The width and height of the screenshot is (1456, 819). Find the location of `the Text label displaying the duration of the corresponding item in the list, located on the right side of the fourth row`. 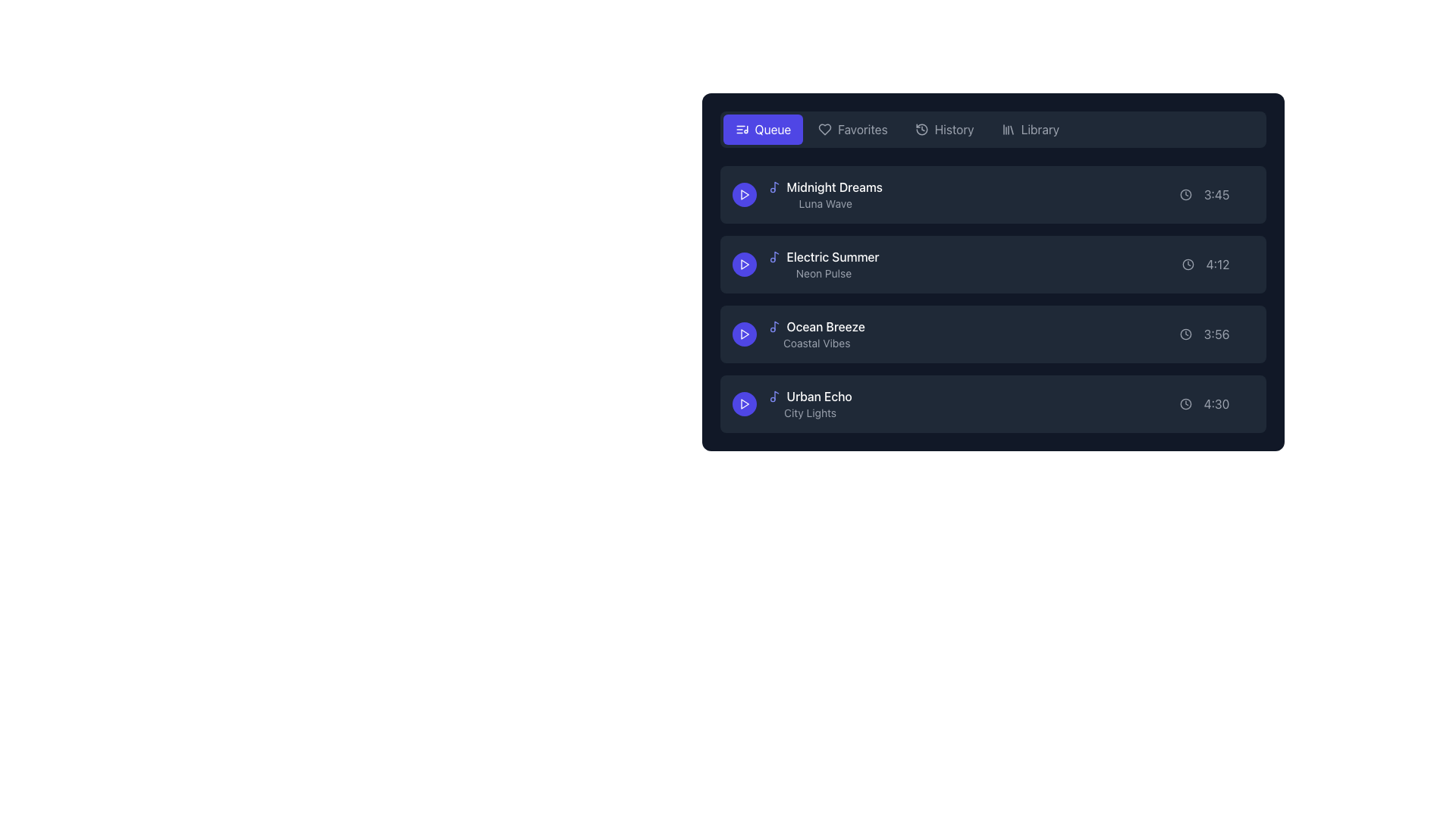

the Text label displaying the duration of the corresponding item in the list, located on the right side of the fourth row is located at coordinates (1216, 403).